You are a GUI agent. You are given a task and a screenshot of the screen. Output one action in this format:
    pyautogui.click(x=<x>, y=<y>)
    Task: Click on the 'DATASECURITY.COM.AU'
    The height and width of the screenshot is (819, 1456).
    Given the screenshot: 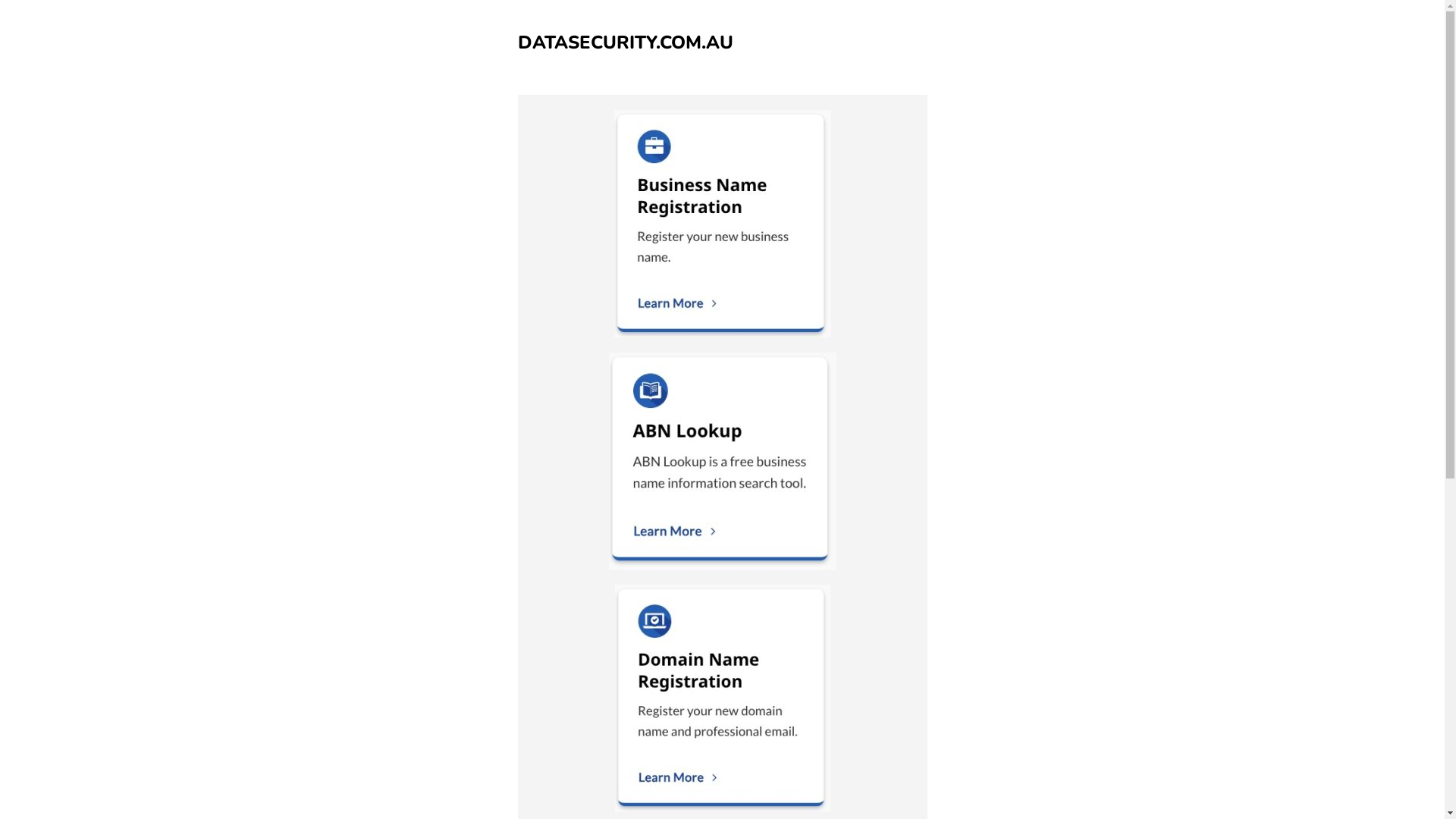 What is the action you would take?
    pyautogui.click(x=625, y=42)
    